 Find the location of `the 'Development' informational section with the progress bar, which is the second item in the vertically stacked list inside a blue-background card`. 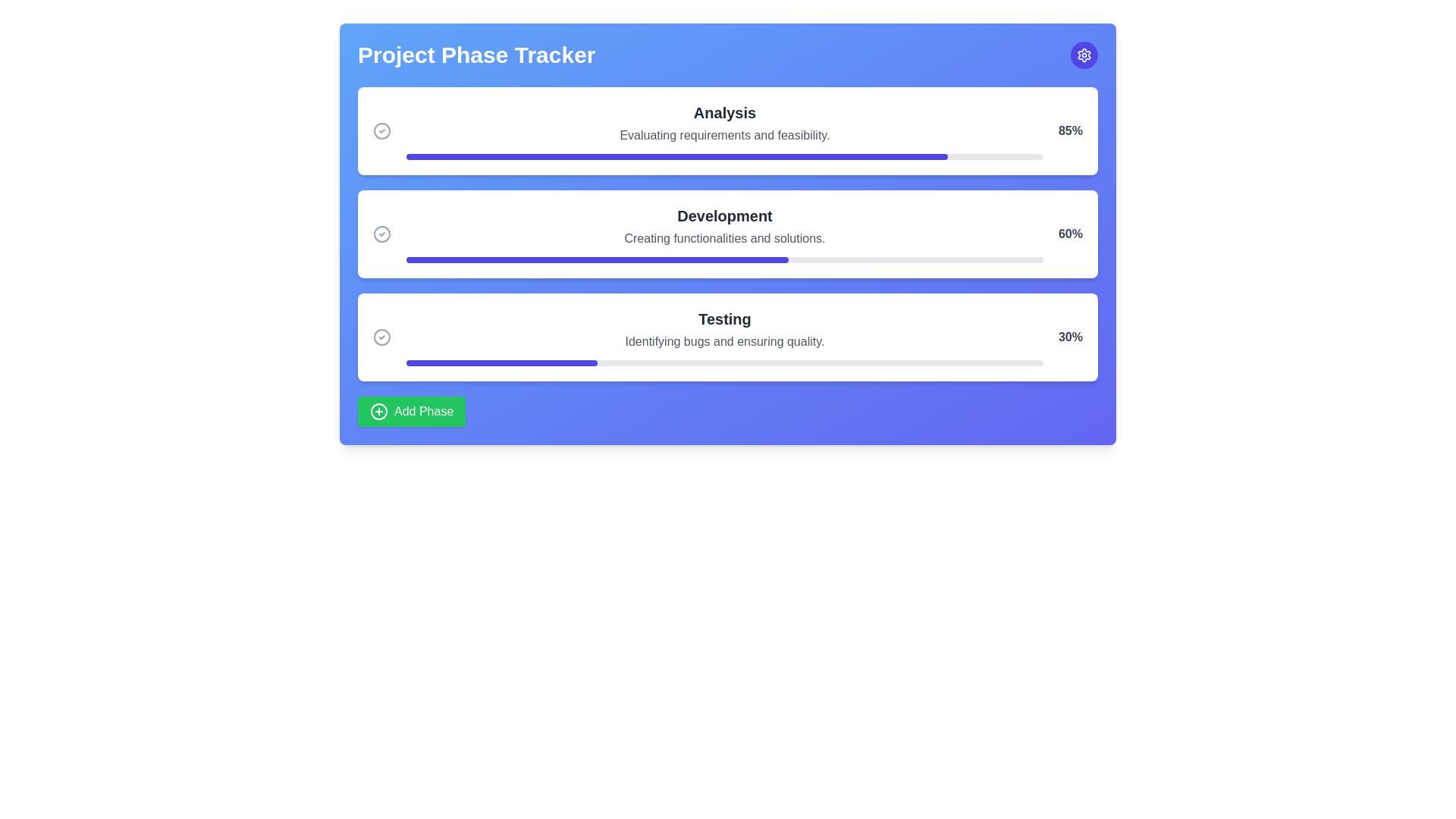

the 'Development' informational section with the progress bar, which is the second item in the vertically stacked list inside a blue-background card is located at coordinates (723, 234).